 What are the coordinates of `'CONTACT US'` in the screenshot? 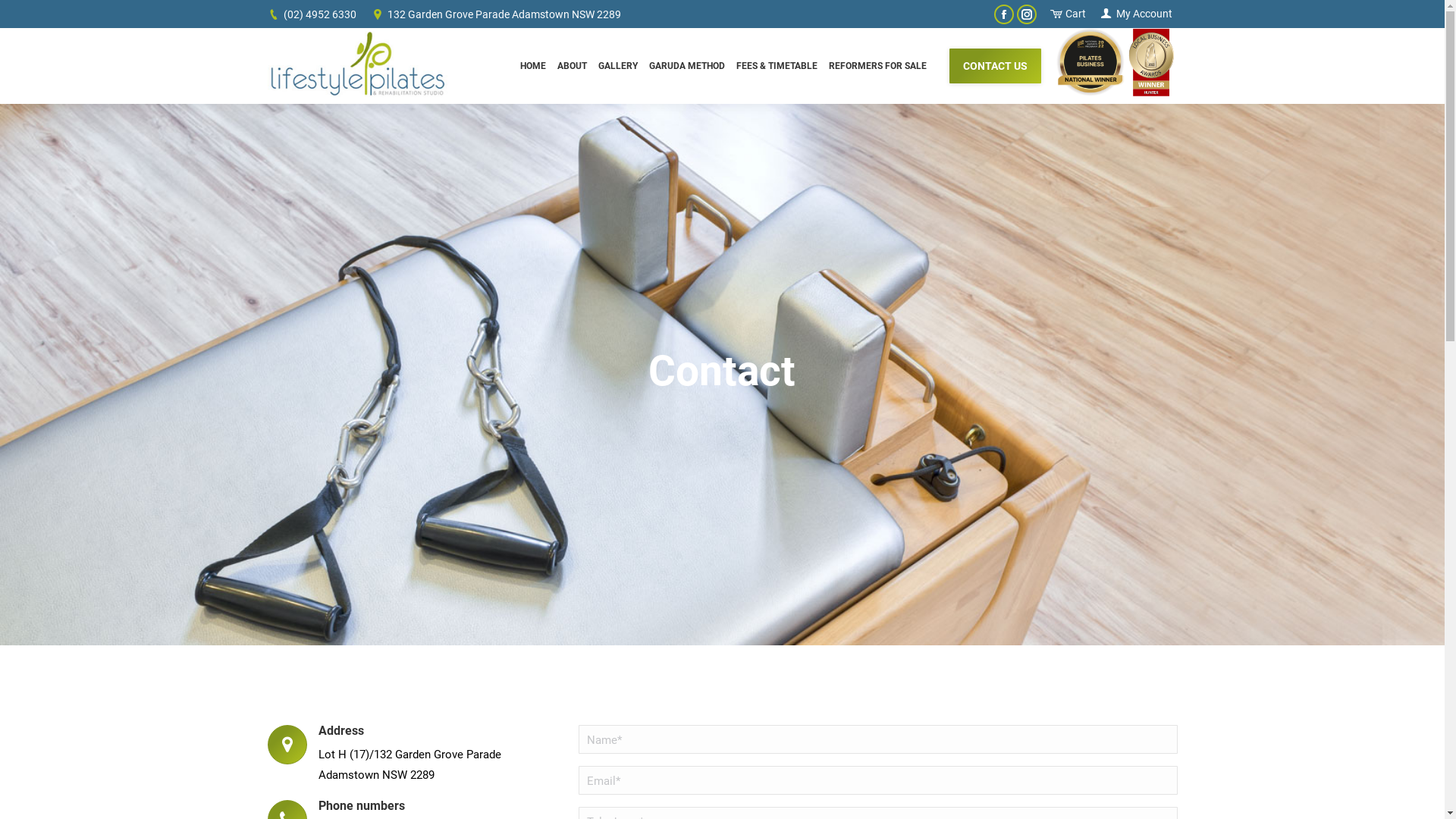 It's located at (995, 64).